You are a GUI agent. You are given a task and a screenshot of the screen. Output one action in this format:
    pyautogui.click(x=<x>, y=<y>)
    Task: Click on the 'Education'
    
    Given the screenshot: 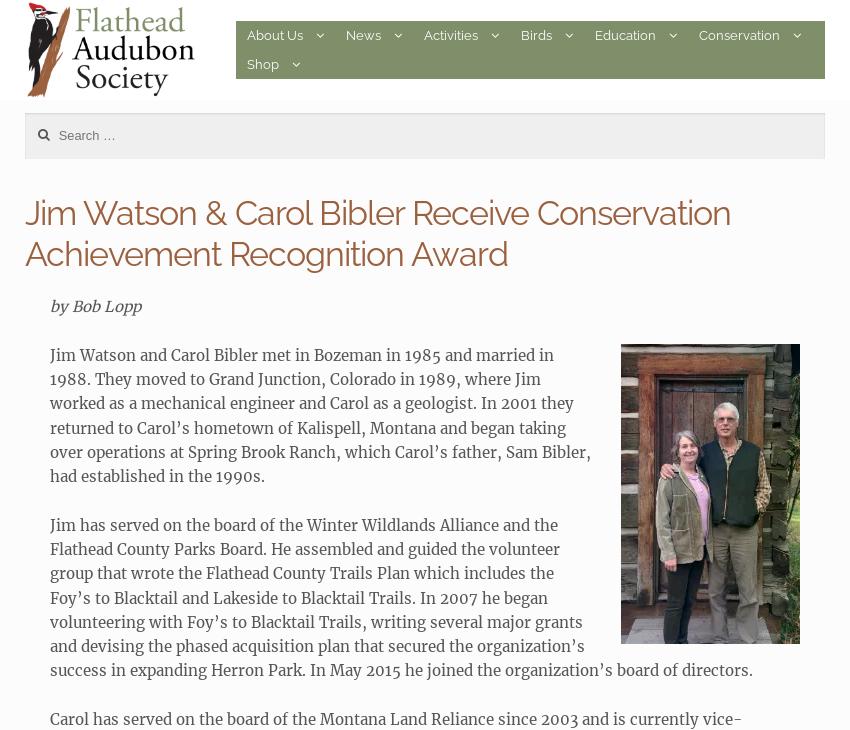 What is the action you would take?
    pyautogui.click(x=595, y=34)
    